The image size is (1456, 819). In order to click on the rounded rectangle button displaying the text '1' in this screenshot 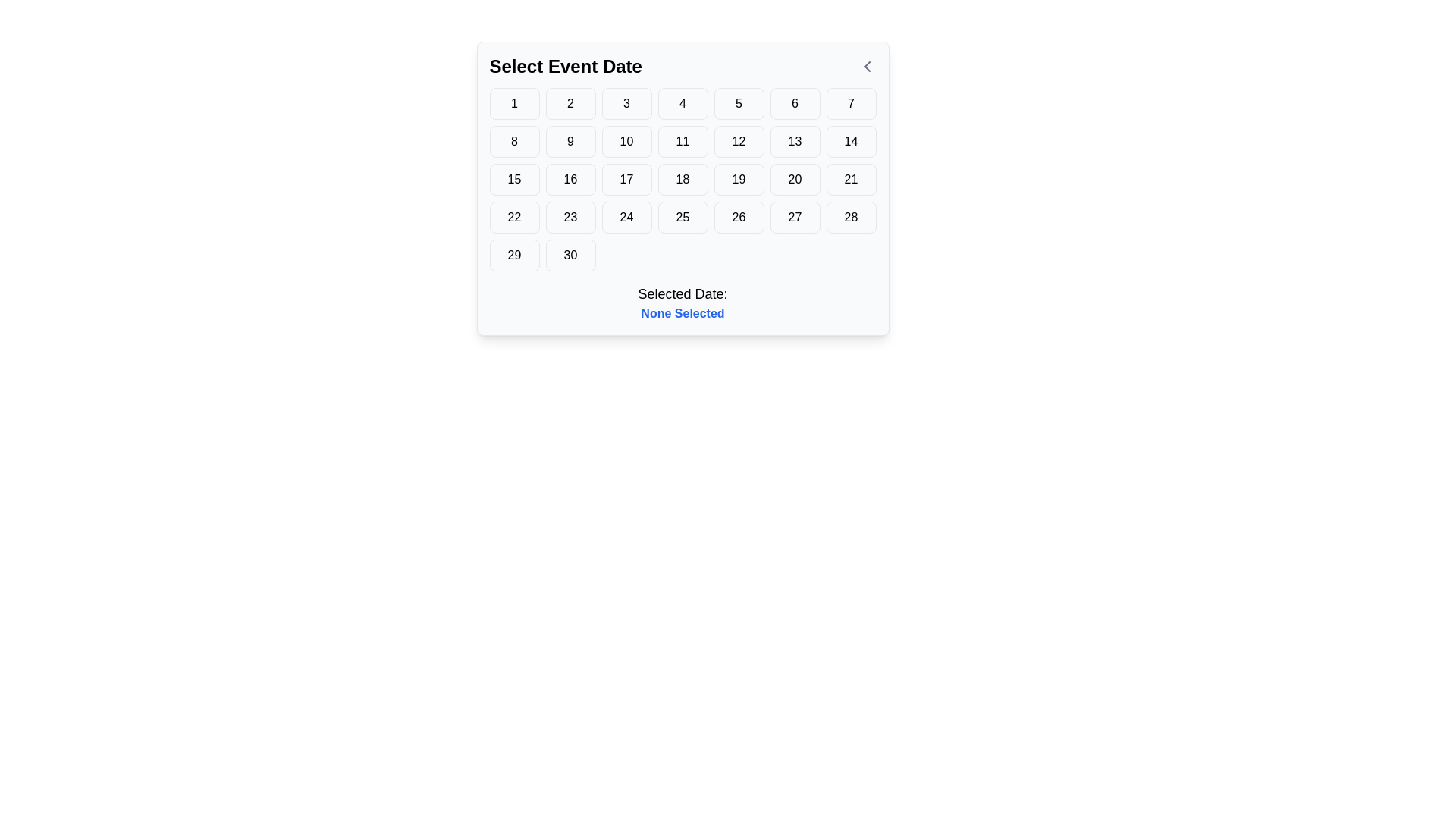, I will do `click(514, 103)`.